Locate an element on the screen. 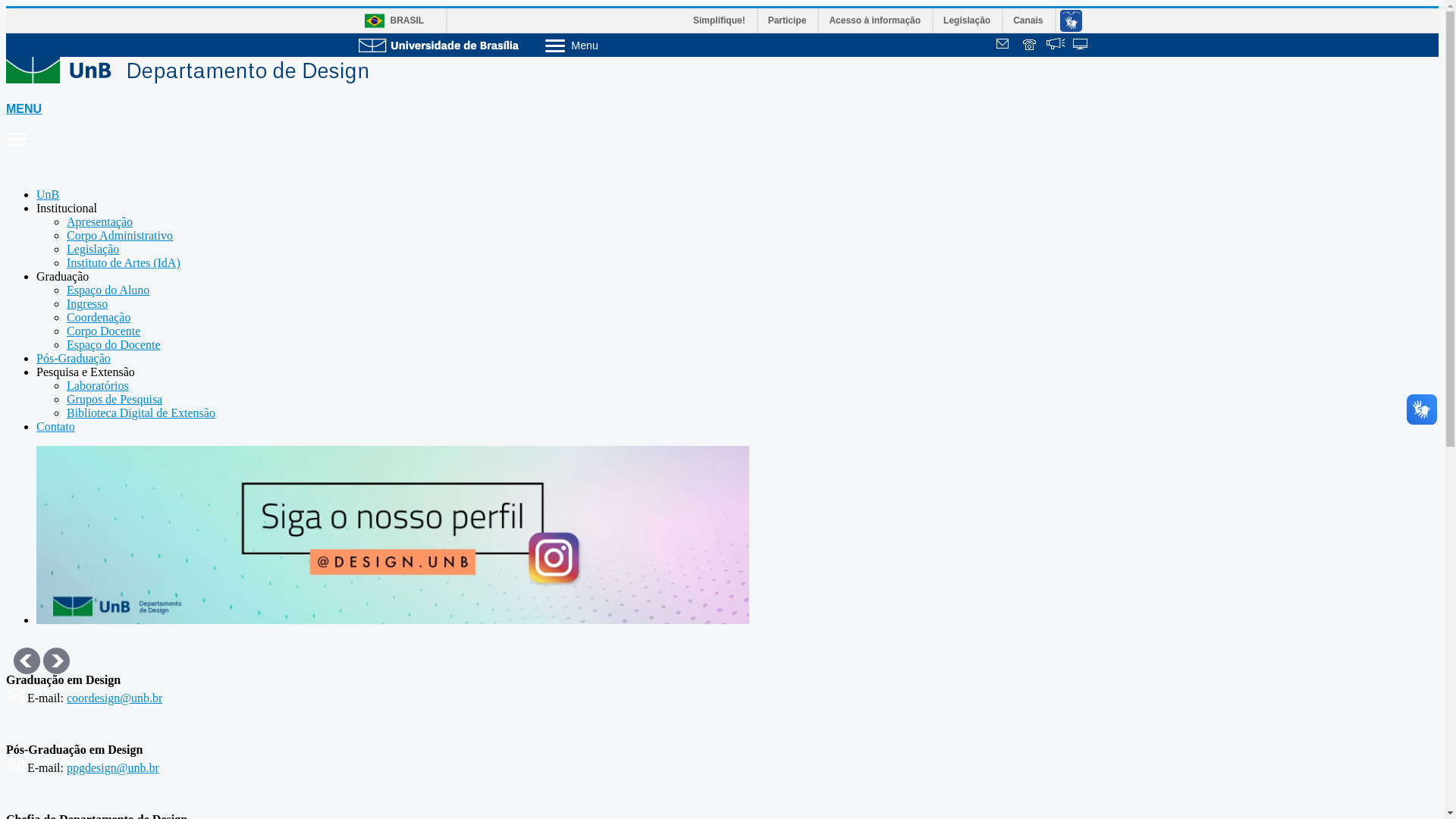 Image resolution: width=1456 pixels, height=819 pixels. 'ppgdesign@unb.br' is located at coordinates (111, 767).